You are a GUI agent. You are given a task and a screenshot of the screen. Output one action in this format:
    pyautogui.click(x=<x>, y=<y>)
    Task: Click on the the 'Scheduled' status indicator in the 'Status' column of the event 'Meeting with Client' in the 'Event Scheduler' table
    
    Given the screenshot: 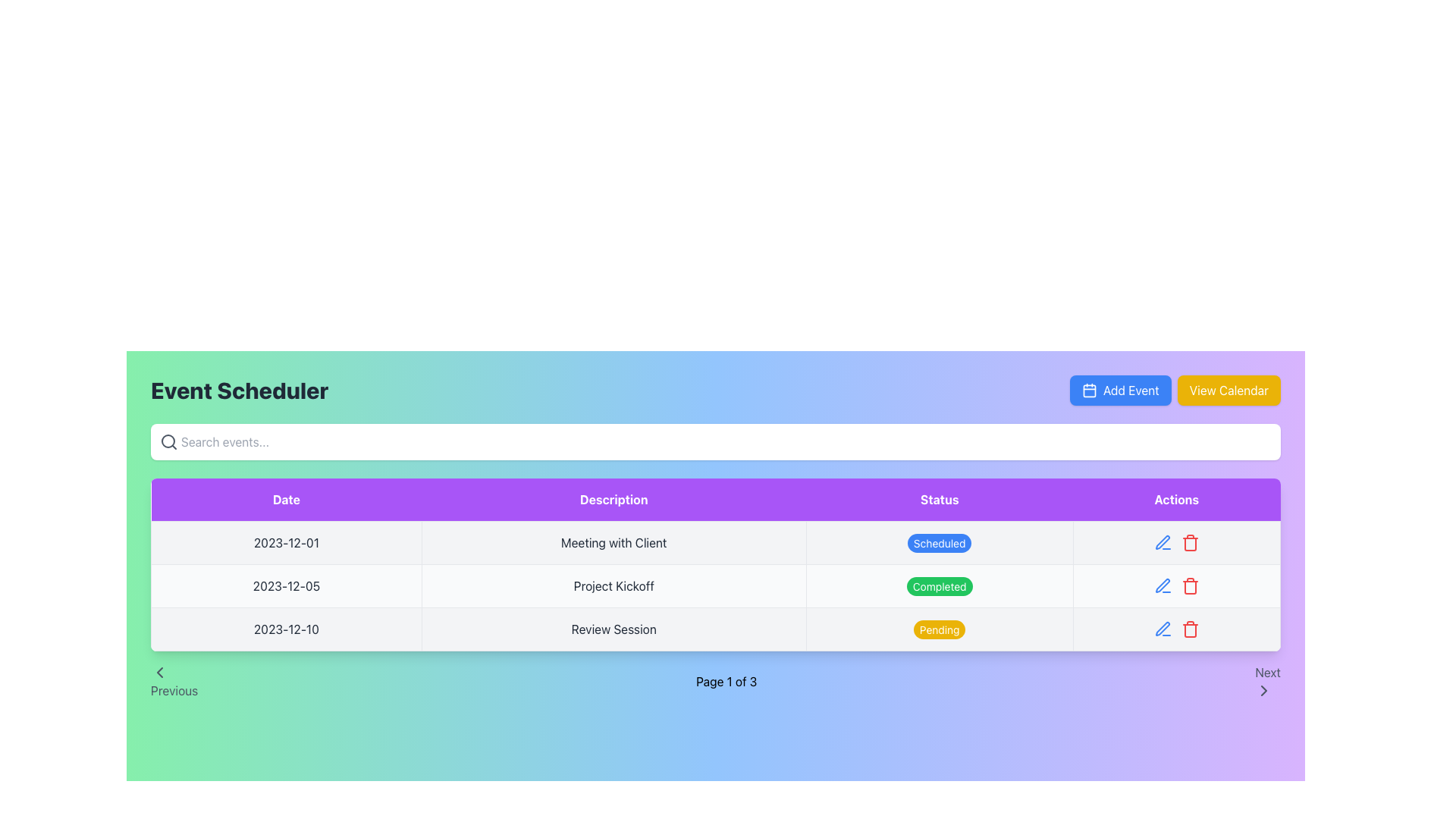 What is the action you would take?
    pyautogui.click(x=939, y=542)
    